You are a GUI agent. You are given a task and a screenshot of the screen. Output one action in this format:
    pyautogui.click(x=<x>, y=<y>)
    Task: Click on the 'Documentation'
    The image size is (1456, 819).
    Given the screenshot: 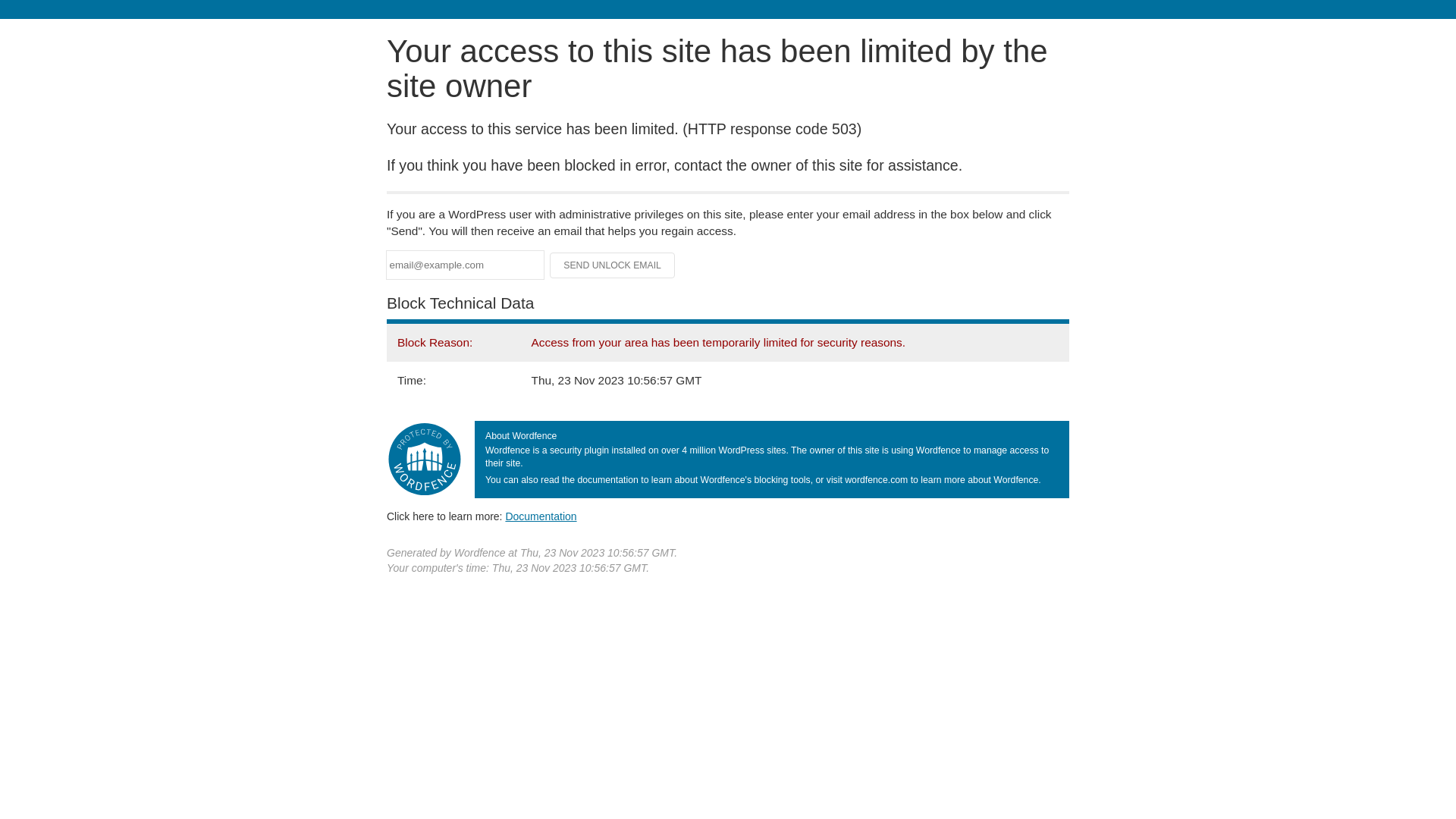 What is the action you would take?
    pyautogui.click(x=541, y=516)
    